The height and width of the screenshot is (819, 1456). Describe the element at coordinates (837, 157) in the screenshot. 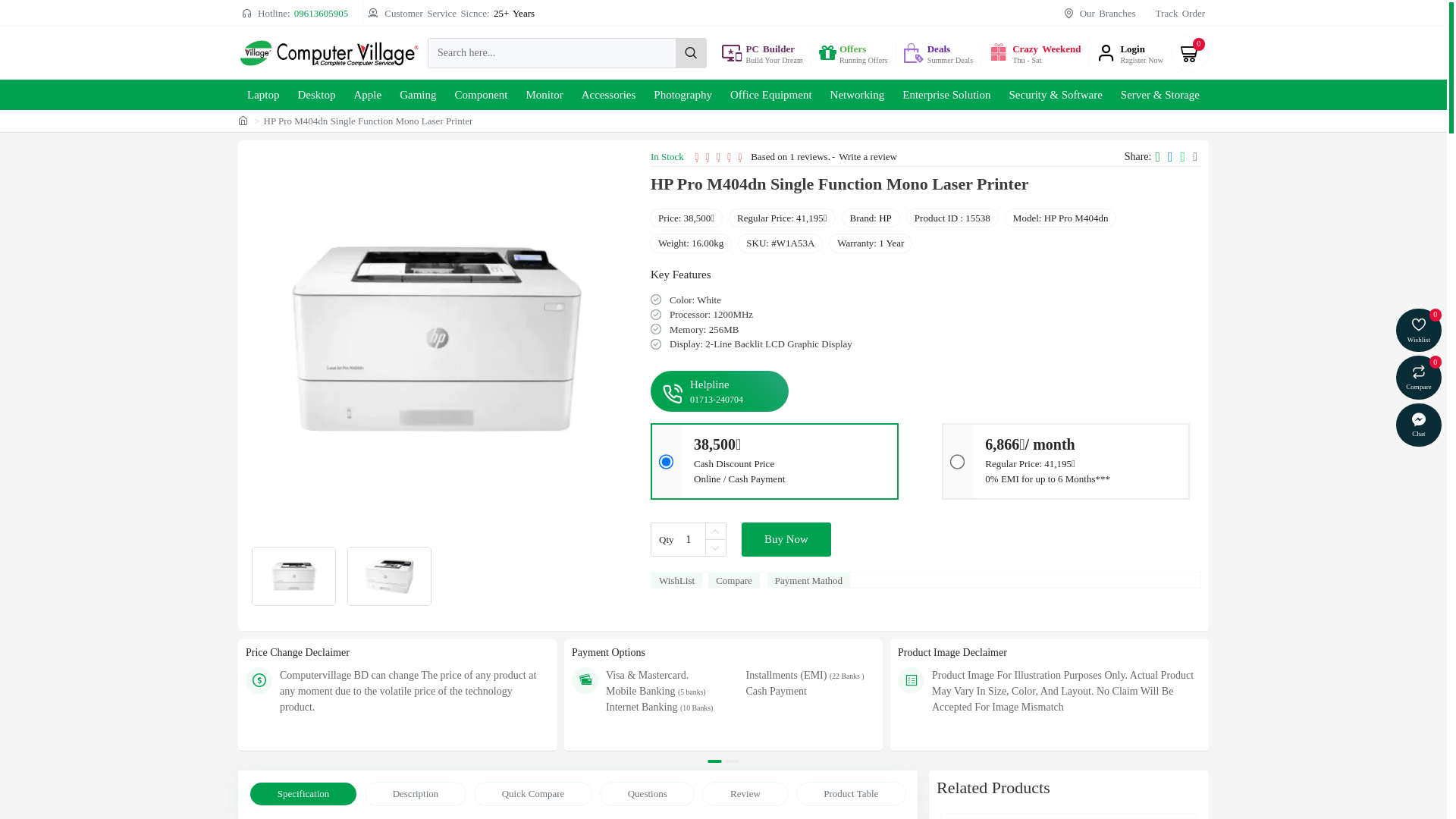

I see `'Write a review'` at that location.